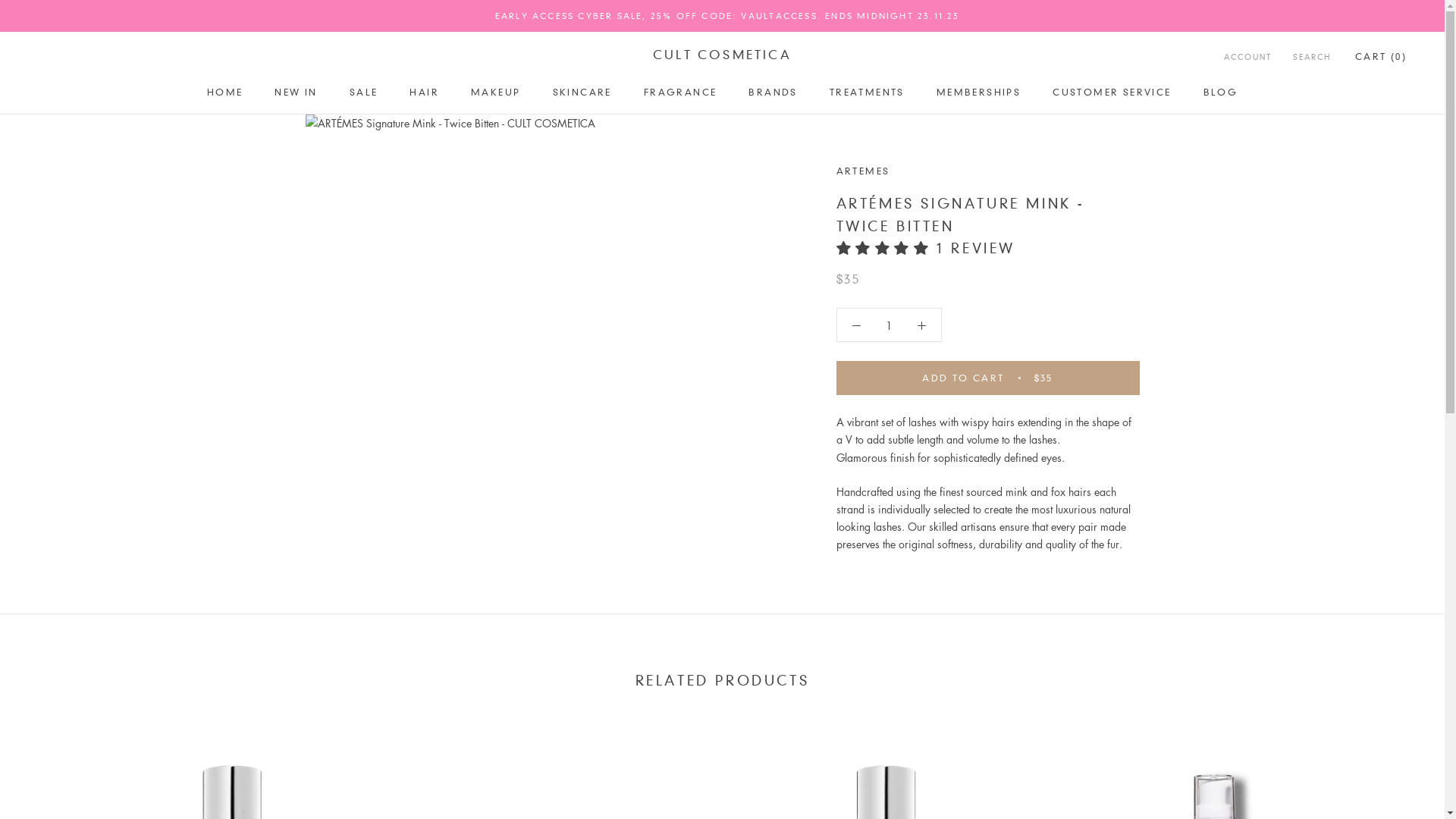 This screenshot has height=819, width=1456. Describe the element at coordinates (978, 92) in the screenshot. I see `'MEMBERSHIPS'` at that location.